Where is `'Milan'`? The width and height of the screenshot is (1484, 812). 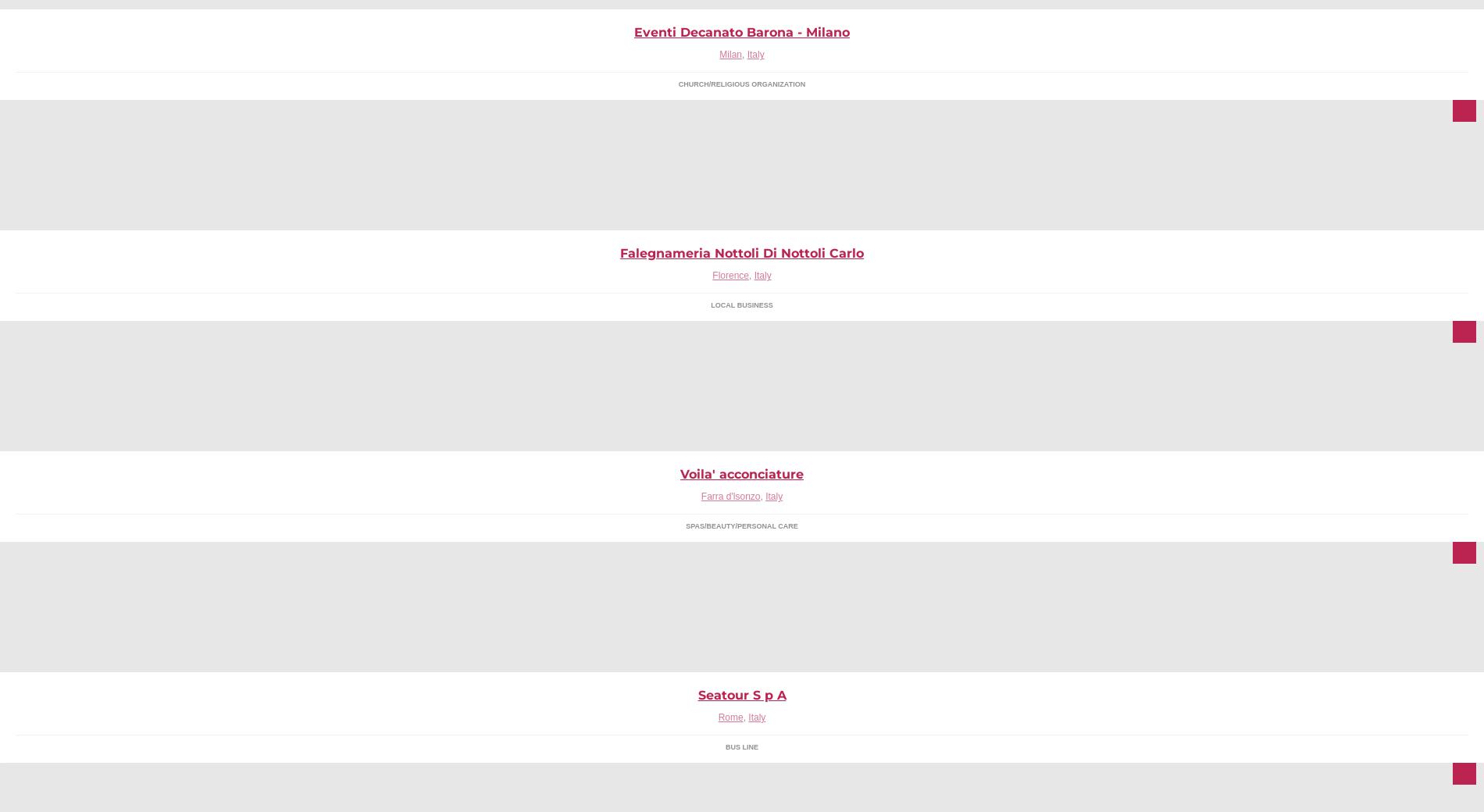 'Milan' is located at coordinates (730, 53).